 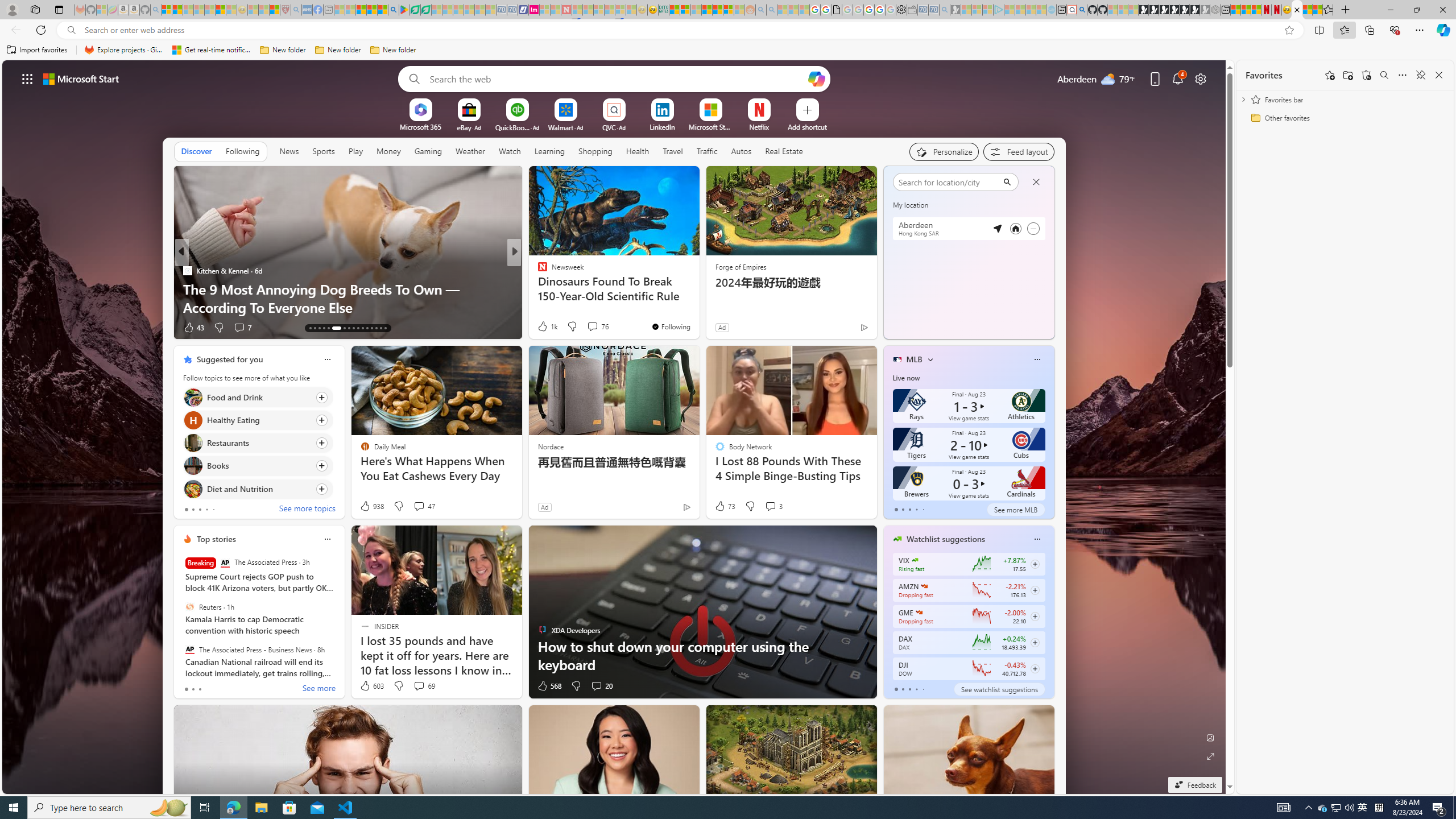 I want to click on 'Click to follow topic Diet and Nutrition', so click(x=257, y=488).